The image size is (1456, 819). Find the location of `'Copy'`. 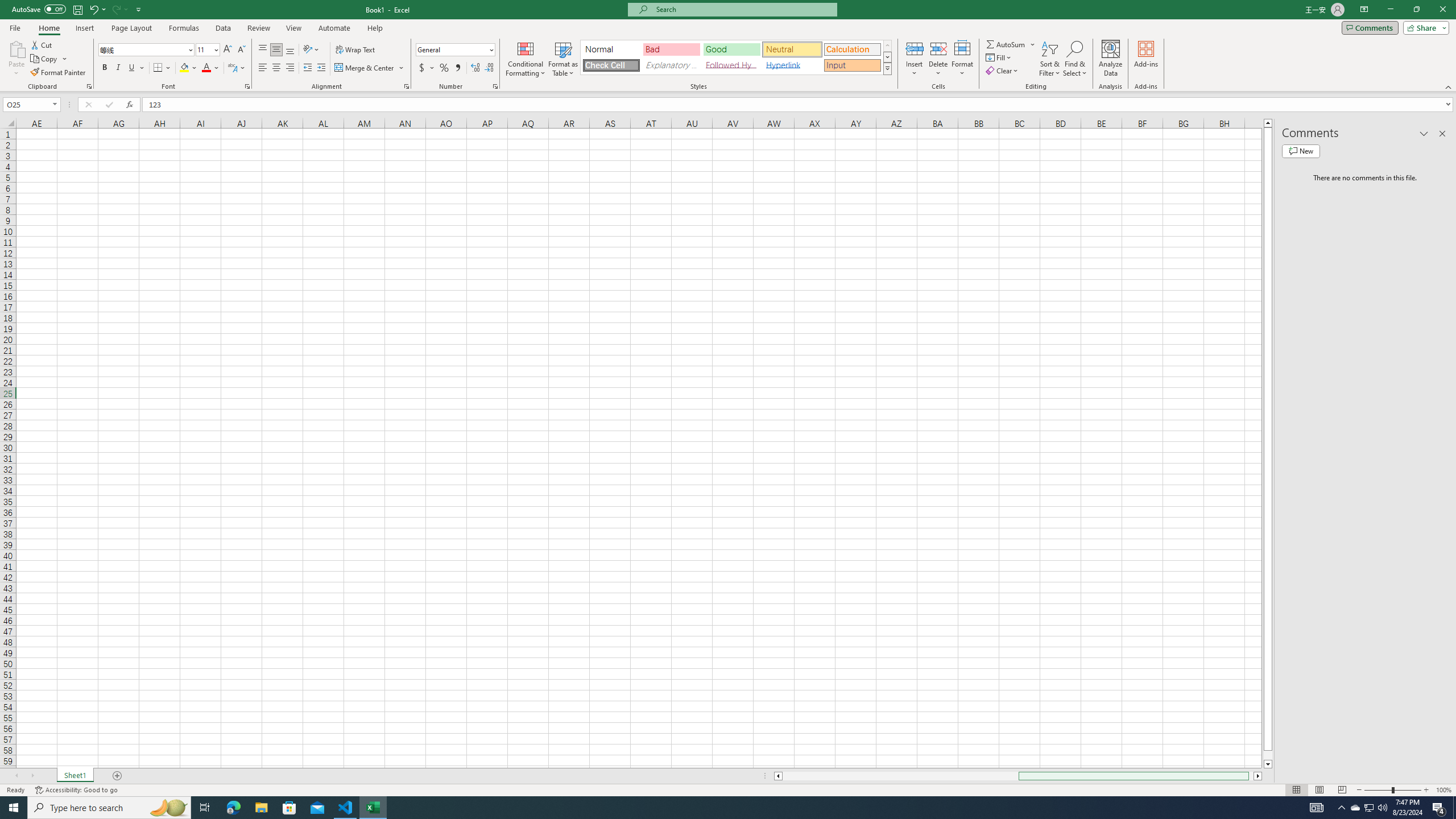

'Copy' is located at coordinates (49, 59).